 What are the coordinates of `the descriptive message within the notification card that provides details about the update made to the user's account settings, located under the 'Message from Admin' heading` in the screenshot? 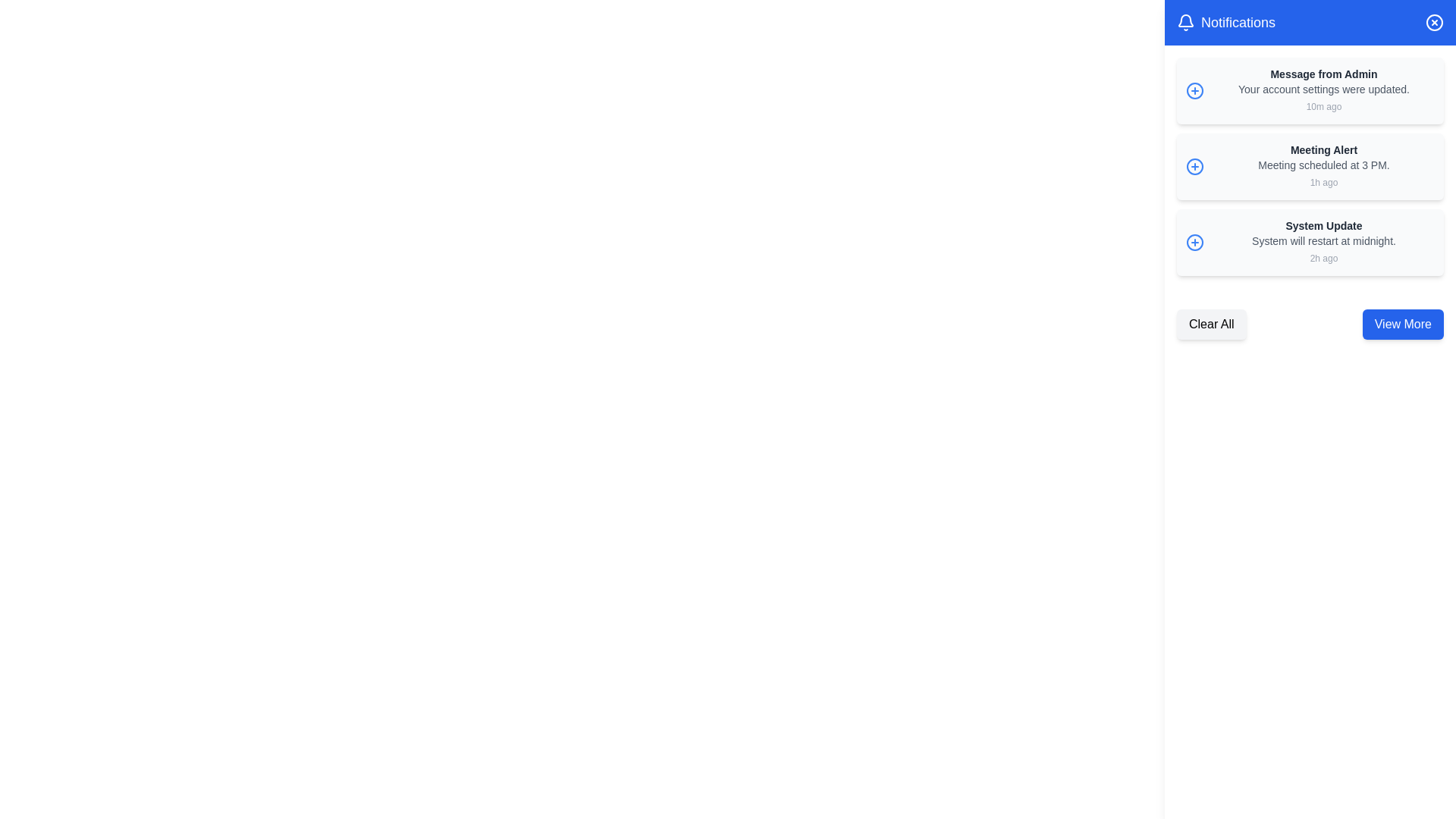 It's located at (1323, 89).